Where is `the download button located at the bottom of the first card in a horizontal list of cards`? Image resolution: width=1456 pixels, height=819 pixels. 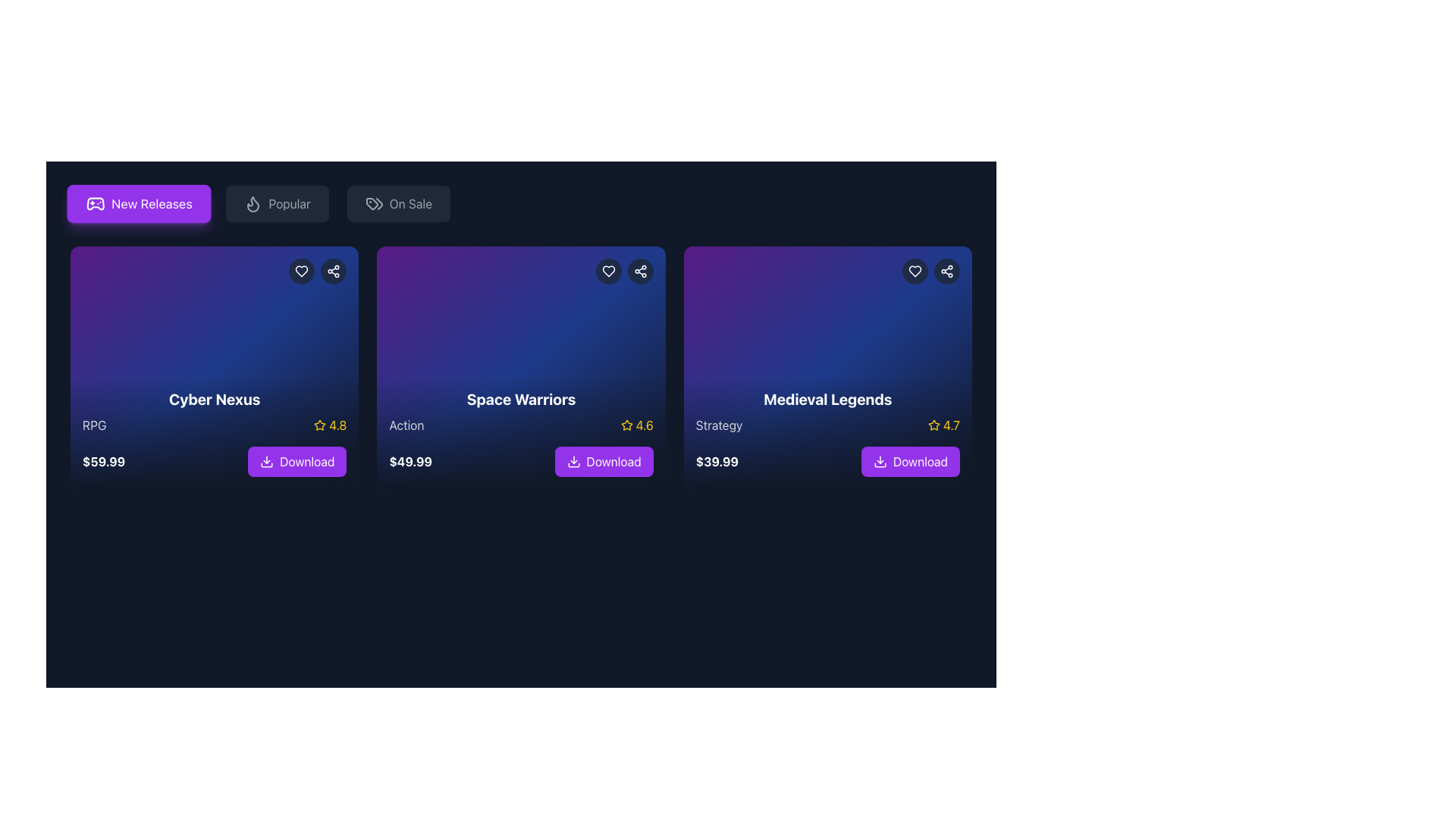 the download button located at the bottom of the first card in a horizontal list of cards is located at coordinates (306, 461).